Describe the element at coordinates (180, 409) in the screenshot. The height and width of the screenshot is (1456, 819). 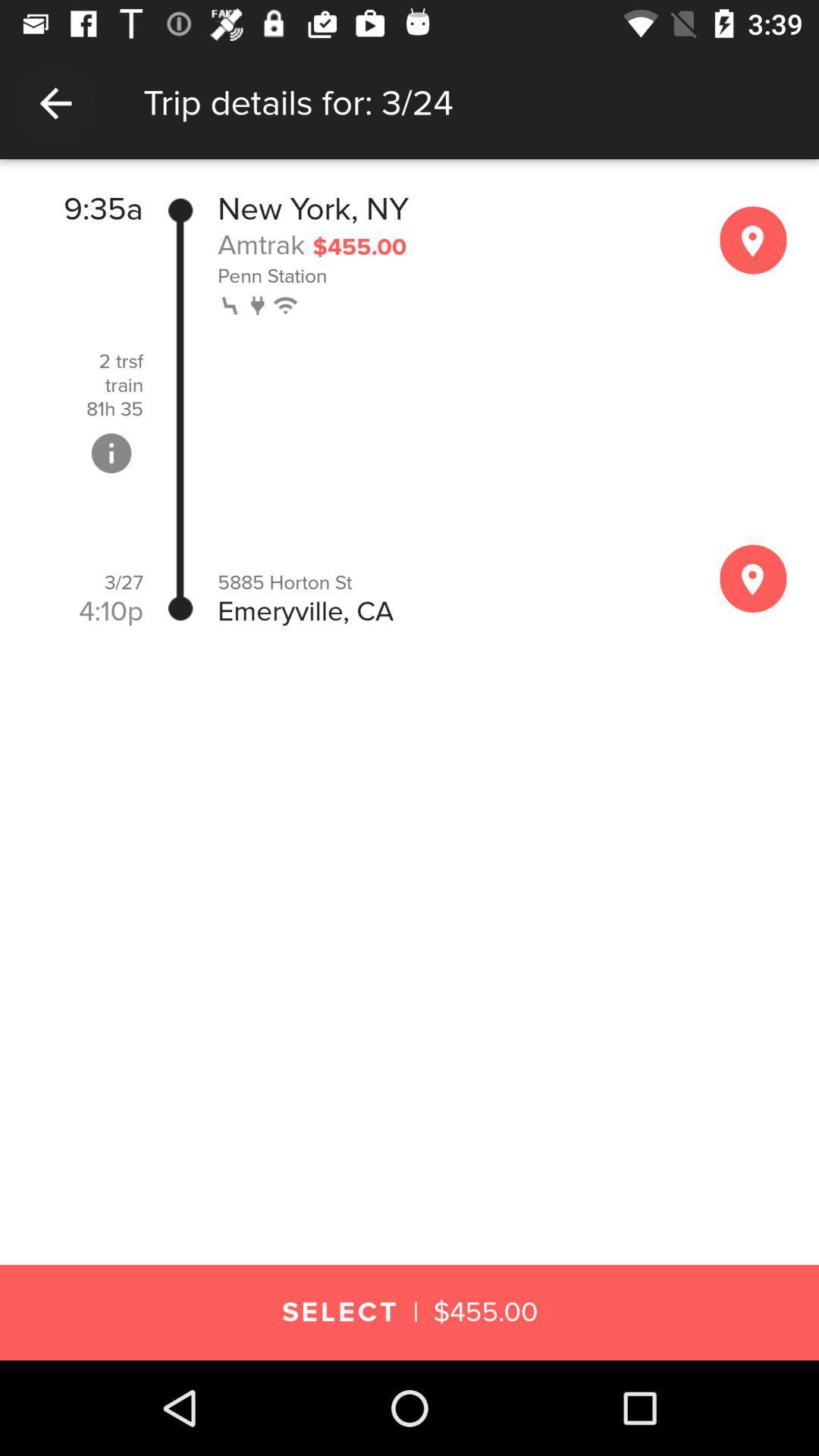
I see `item to the left of the new york, ny item` at that location.